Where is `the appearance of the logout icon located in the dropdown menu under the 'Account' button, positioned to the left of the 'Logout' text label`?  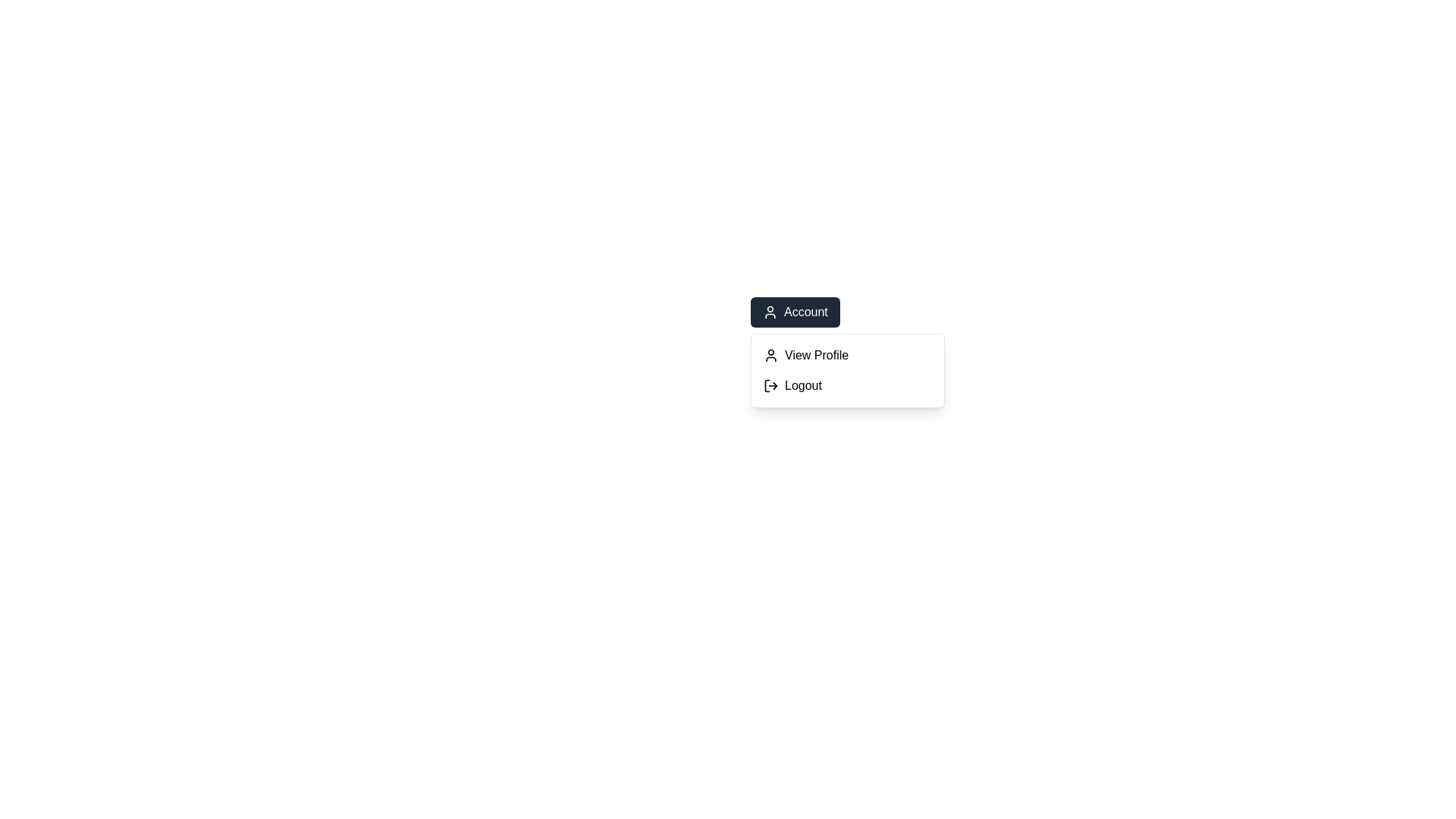 the appearance of the logout icon located in the dropdown menu under the 'Account' button, positioned to the left of the 'Logout' text label is located at coordinates (771, 385).